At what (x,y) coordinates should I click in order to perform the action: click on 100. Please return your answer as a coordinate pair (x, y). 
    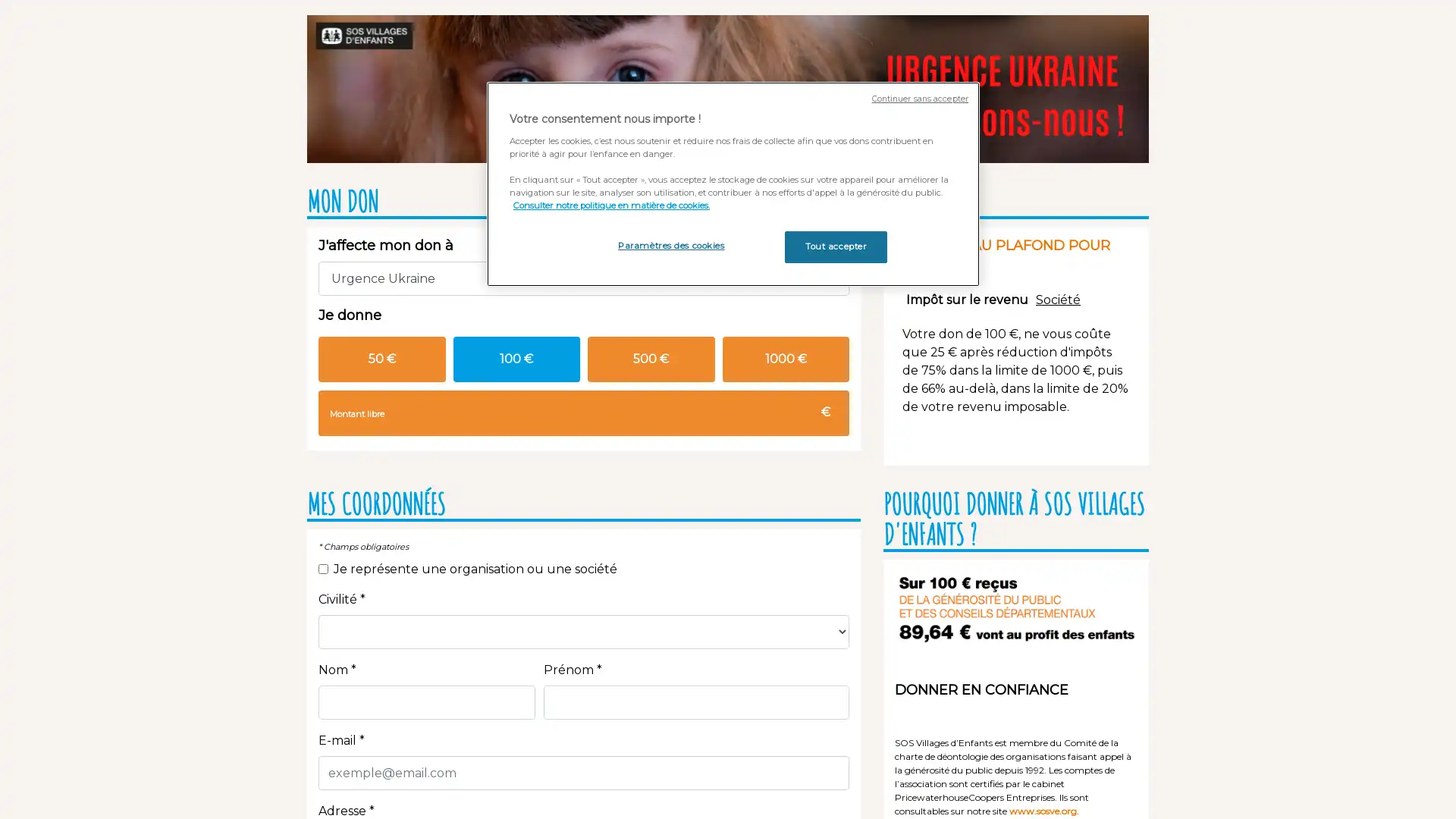
    Looking at the image, I should click on (516, 359).